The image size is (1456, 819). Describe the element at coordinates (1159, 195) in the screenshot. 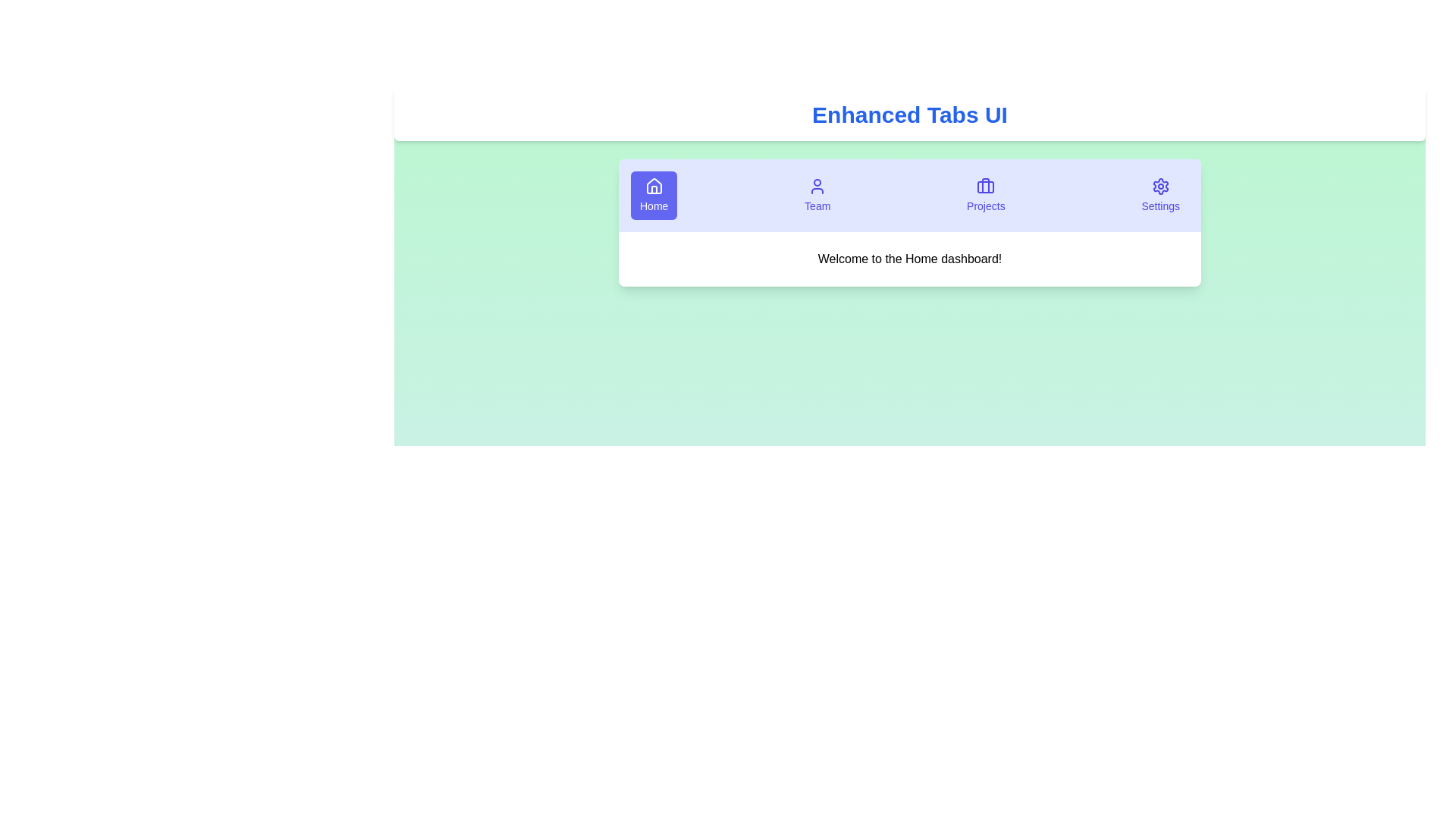

I see `the 'Settings' button which features a purple gear icon and text` at that location.